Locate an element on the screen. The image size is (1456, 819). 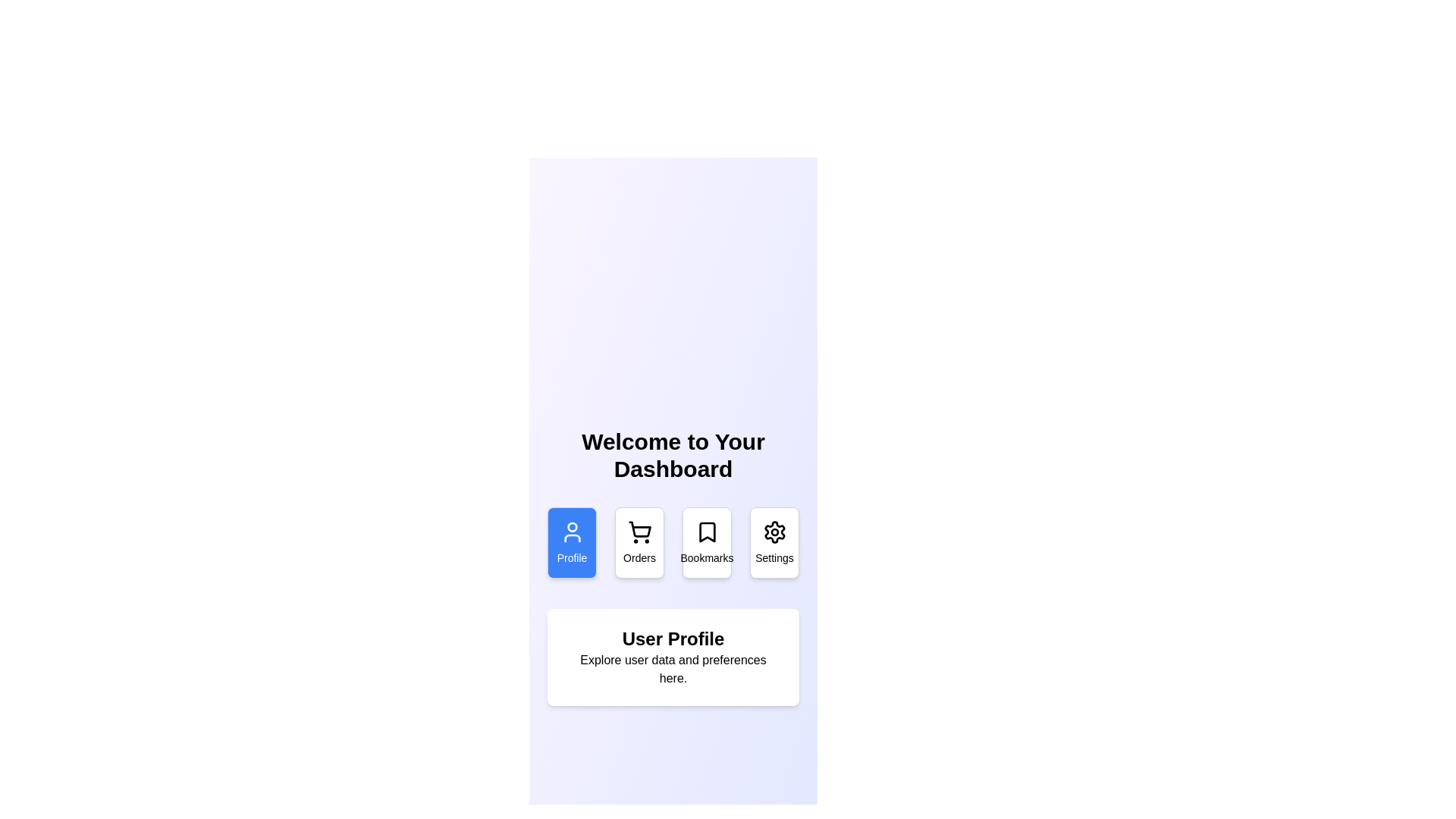
the 'Bookmarks' icon, which is the third button in a row of four buttons in the interface, located between 'Orders' and 'Settings' is located at coordinates (706, 532).